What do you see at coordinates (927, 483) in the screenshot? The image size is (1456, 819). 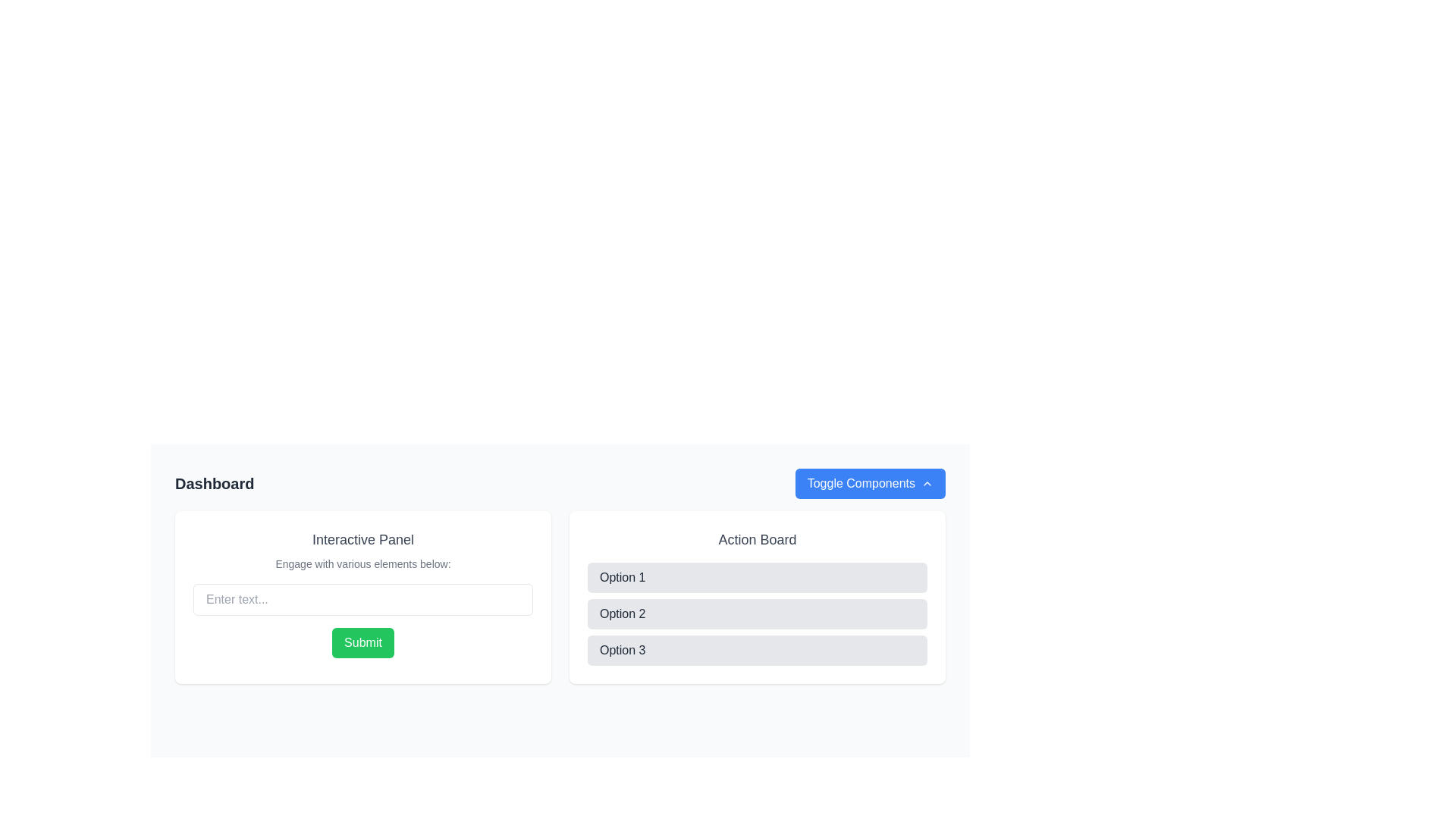 I see `the chevron pointing up icon located to the right of the 'Toggle Components' text in the button at the top right of the interactive panel` at bounding box center [927, 483].